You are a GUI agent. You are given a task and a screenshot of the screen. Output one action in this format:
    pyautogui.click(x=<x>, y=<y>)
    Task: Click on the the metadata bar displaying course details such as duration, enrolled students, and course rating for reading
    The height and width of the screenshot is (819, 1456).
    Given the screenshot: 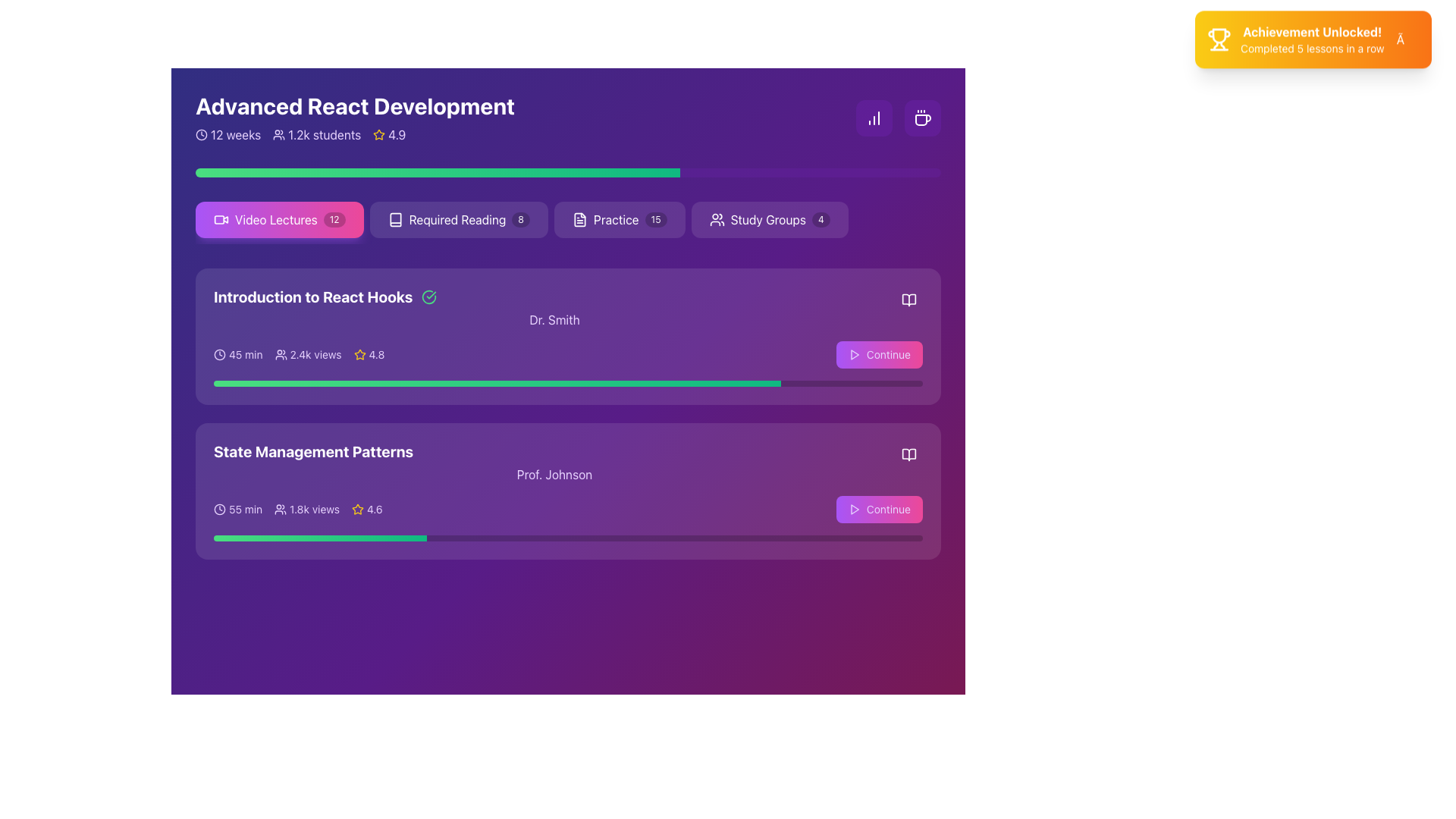 What is the action you would take?
    pyautogui.click(x=354, y=133)
    